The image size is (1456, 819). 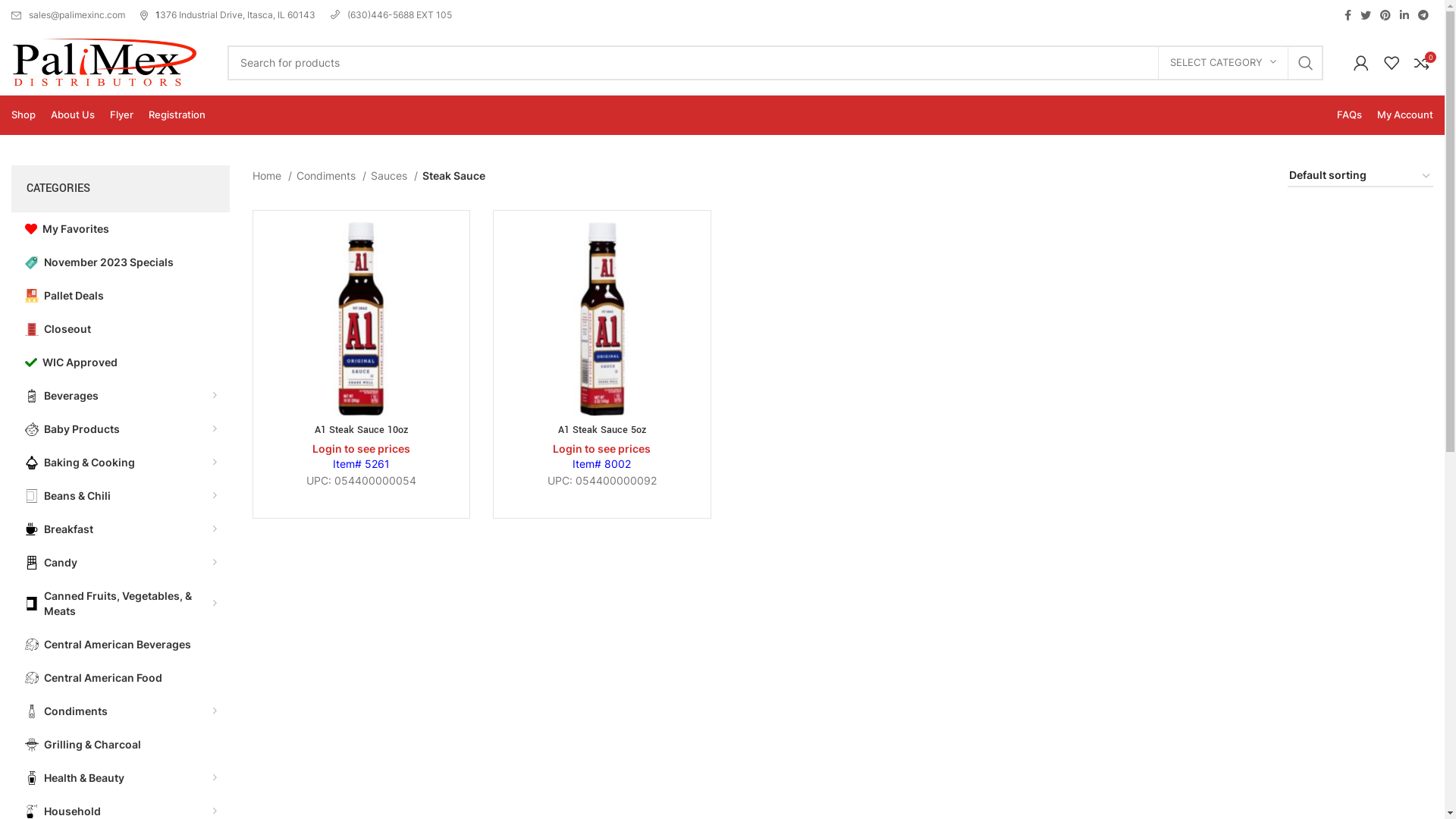 I want to click on 'My Account', so click(x=1404, y=114).